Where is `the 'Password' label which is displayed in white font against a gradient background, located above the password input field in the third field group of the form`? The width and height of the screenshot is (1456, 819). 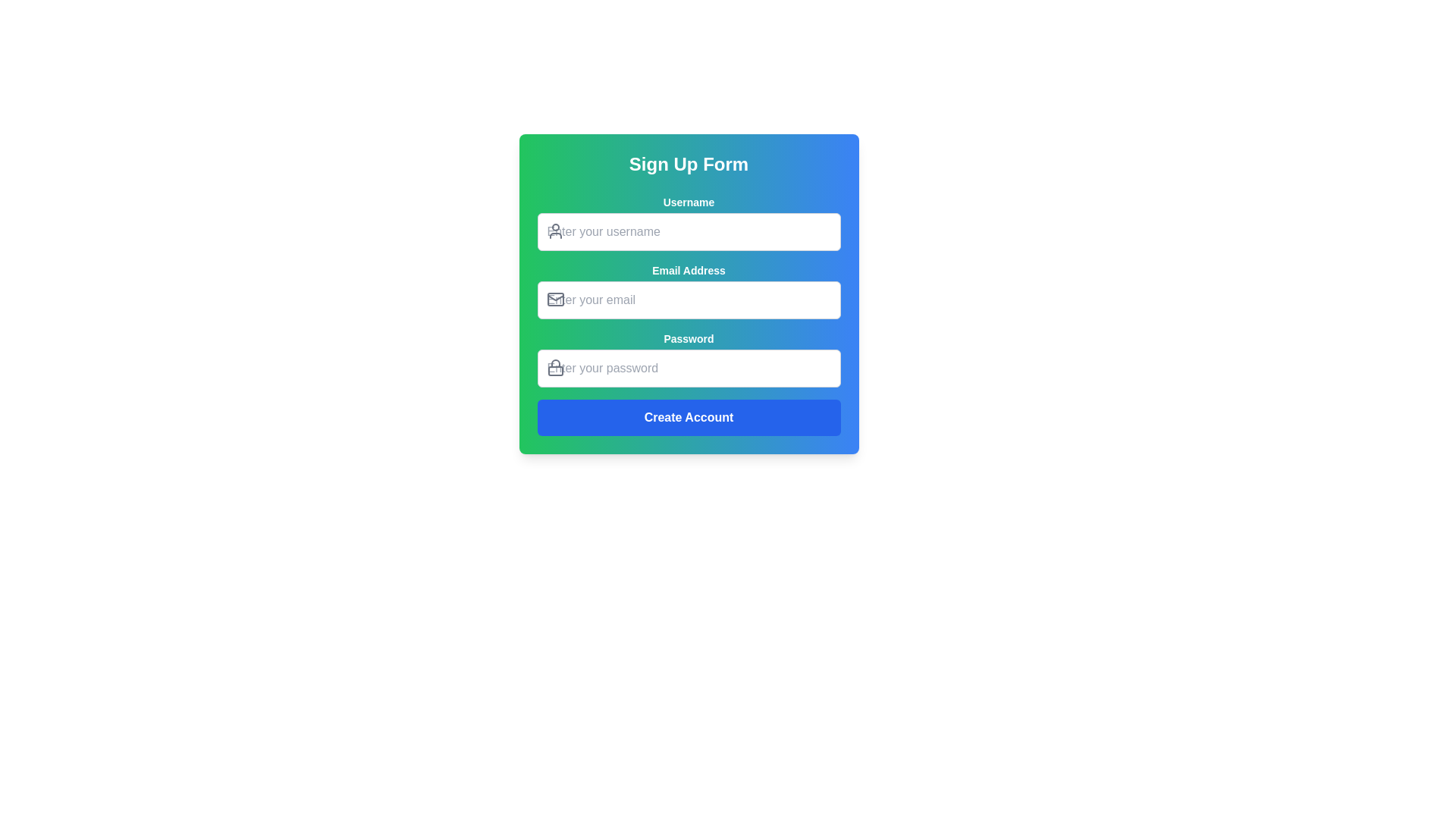 the 'Password' label which is displayed in white font against a gradient background, located above the password input field in the third field group of the form is located at coordinates (688, 338).